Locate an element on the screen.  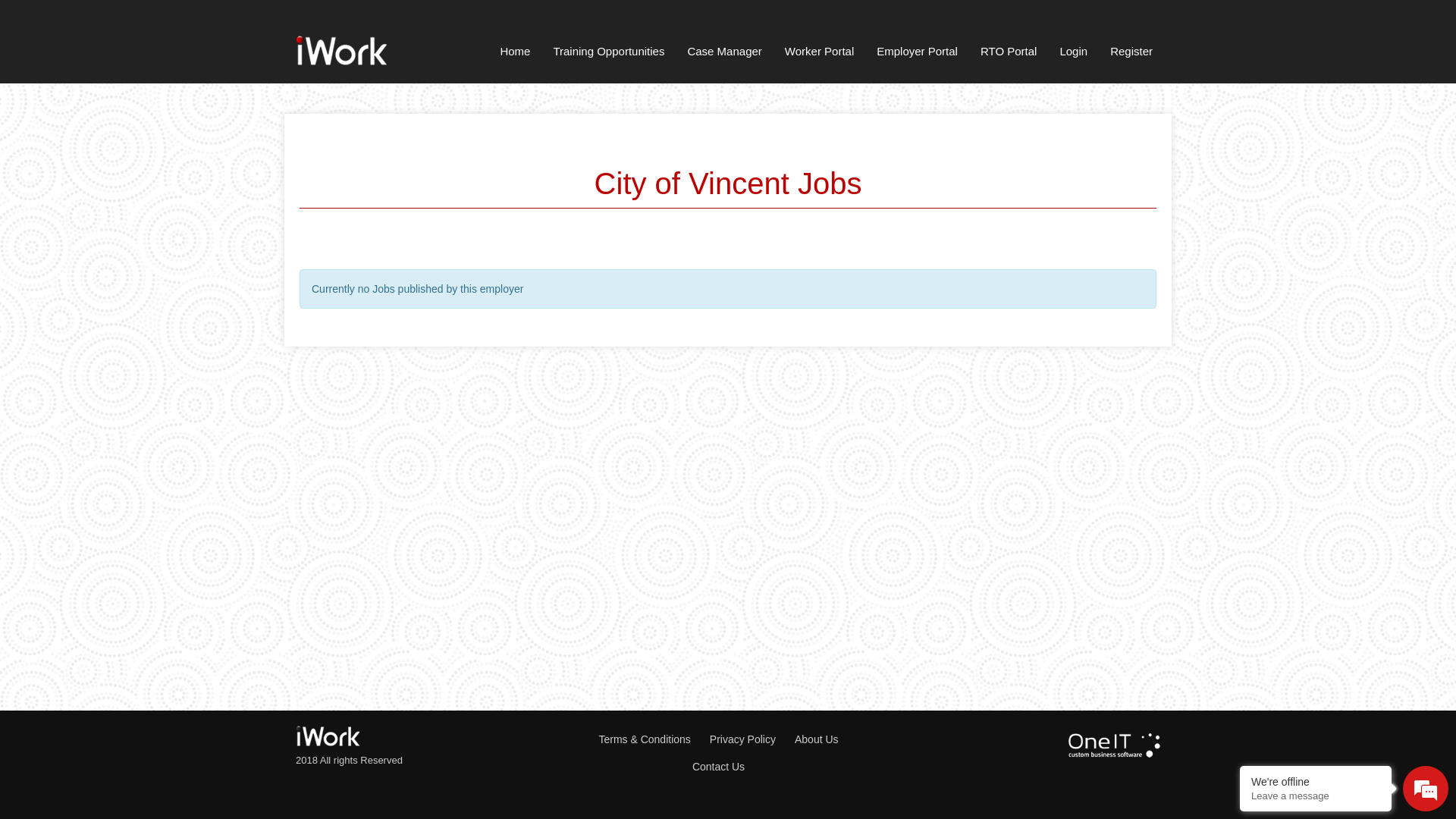
'Register' is located at coordinates (1131, 53).